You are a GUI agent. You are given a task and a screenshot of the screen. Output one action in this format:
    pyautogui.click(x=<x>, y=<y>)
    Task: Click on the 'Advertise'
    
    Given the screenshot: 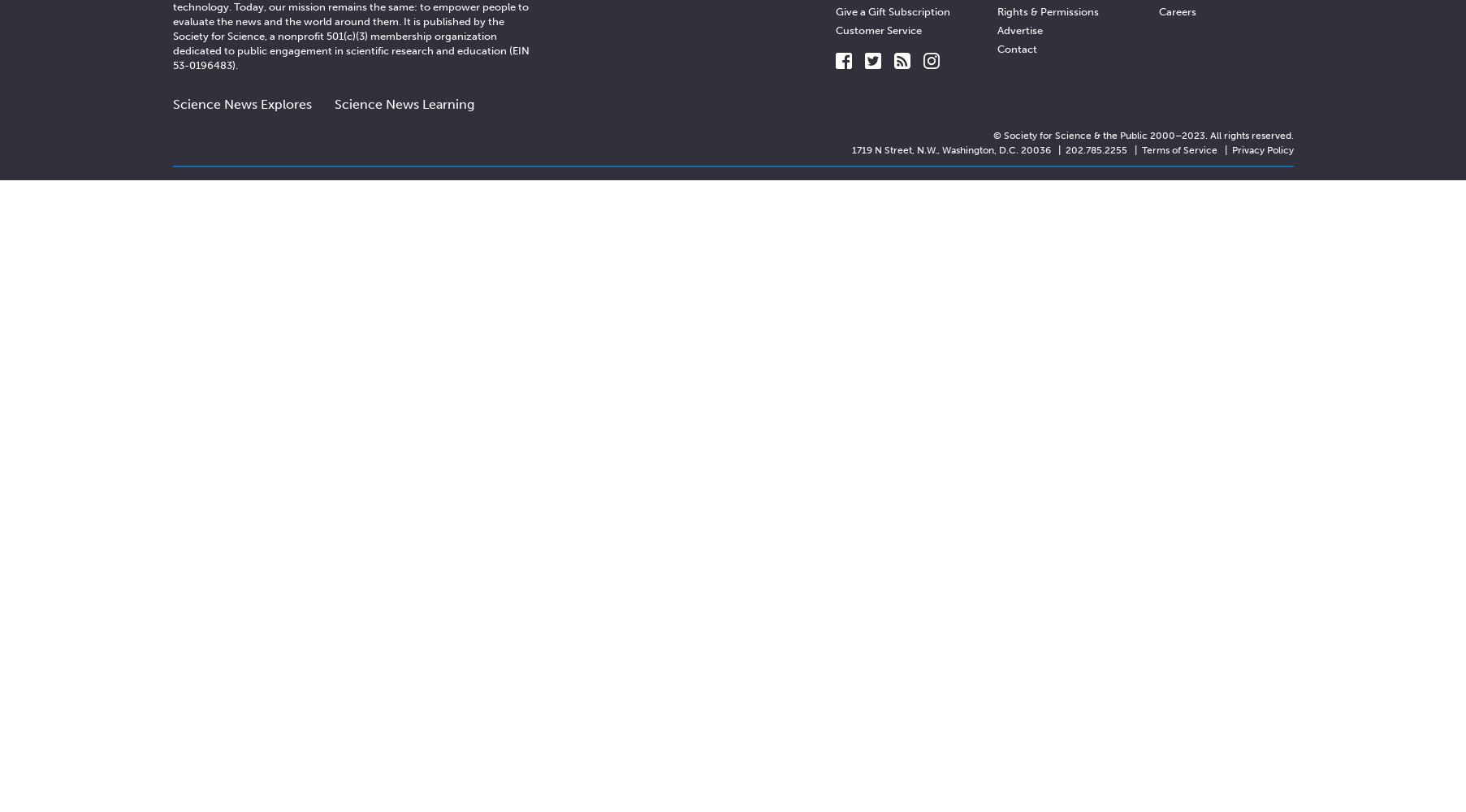 What is the action you would take?
    pyautogui.click(x=1018, y=29)
    